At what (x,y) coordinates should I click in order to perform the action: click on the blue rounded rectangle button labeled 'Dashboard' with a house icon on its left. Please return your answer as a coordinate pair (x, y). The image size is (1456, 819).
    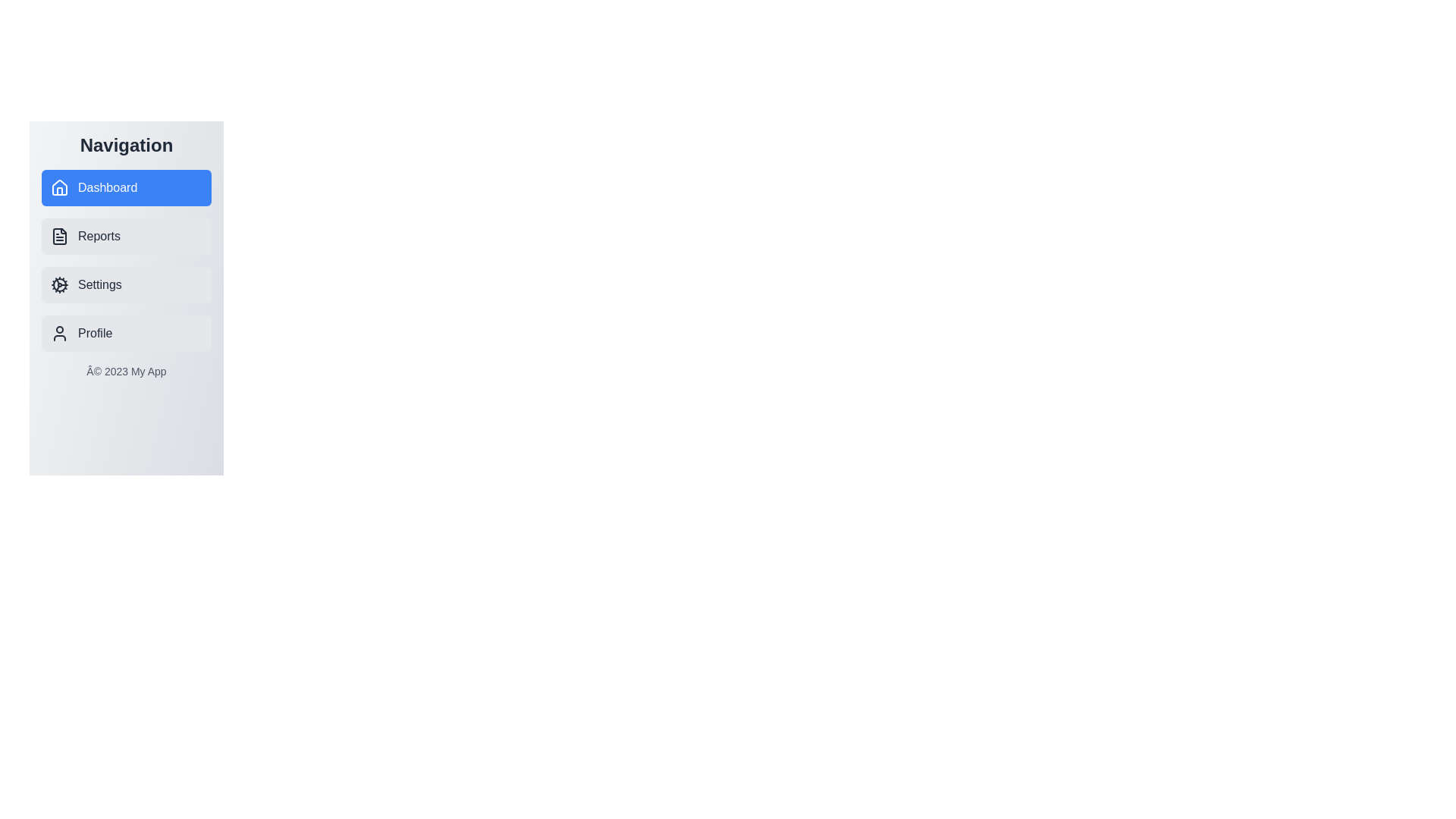
    Looking at the image, I should click on (127, 187).